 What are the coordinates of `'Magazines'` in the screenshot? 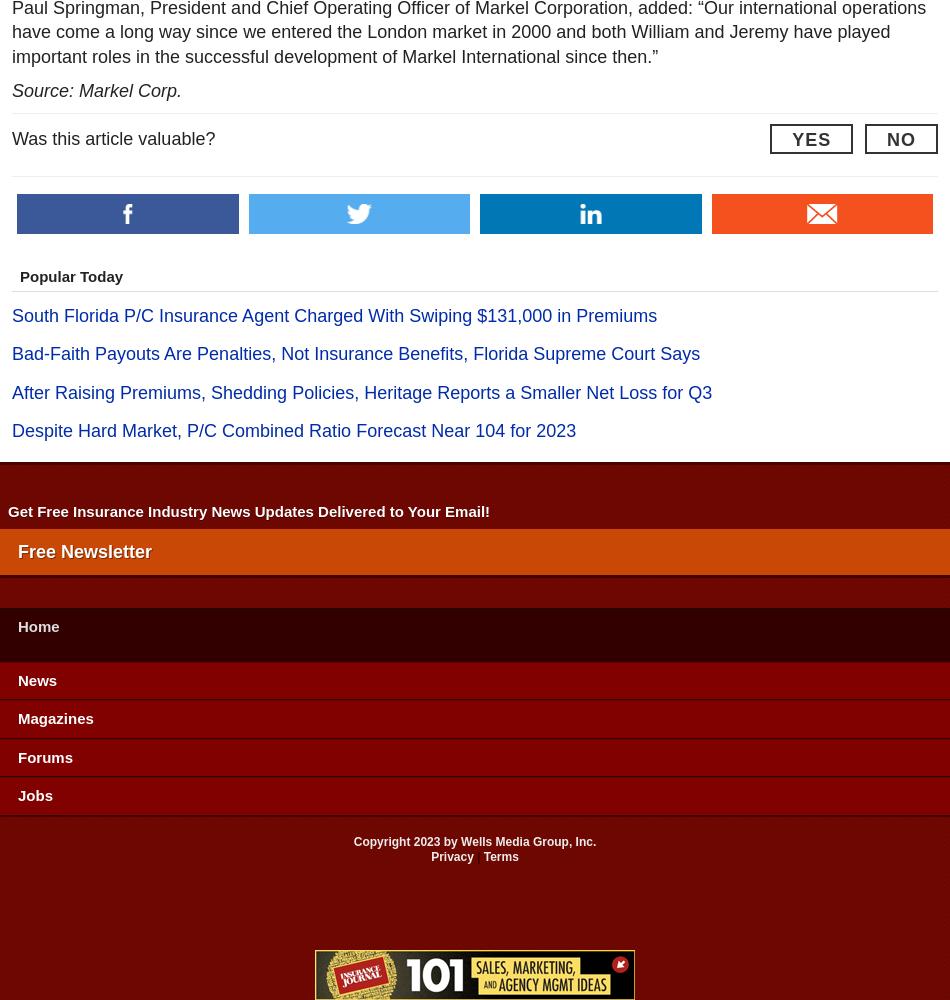 It's located at (55, 717).